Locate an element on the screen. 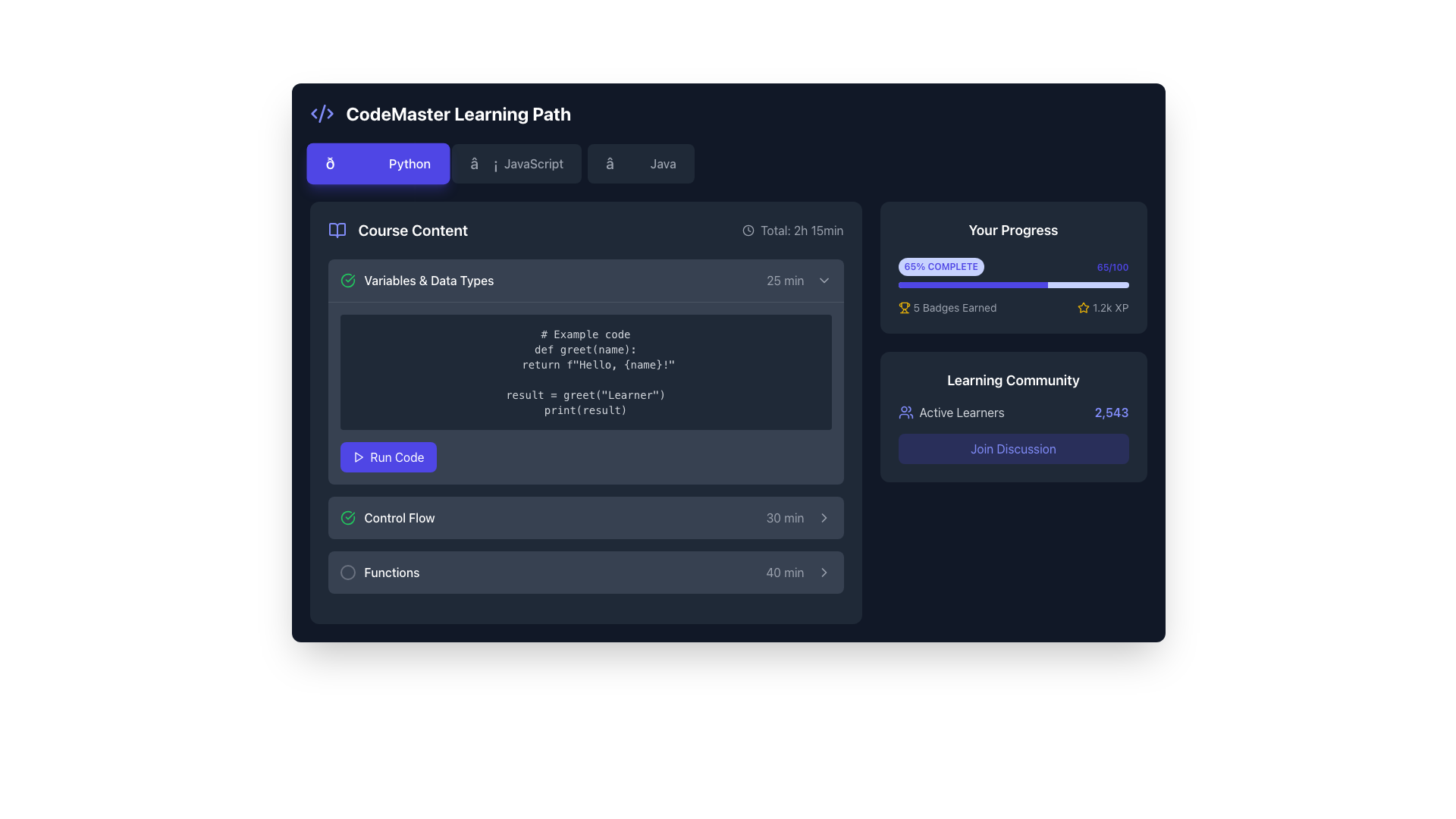 This screenshot has width=1456, height=819. the code snippet block with a dark gray background and labeled 'Example code' in the 'Variables & Data Types' section is located at coordinates (585, 392).